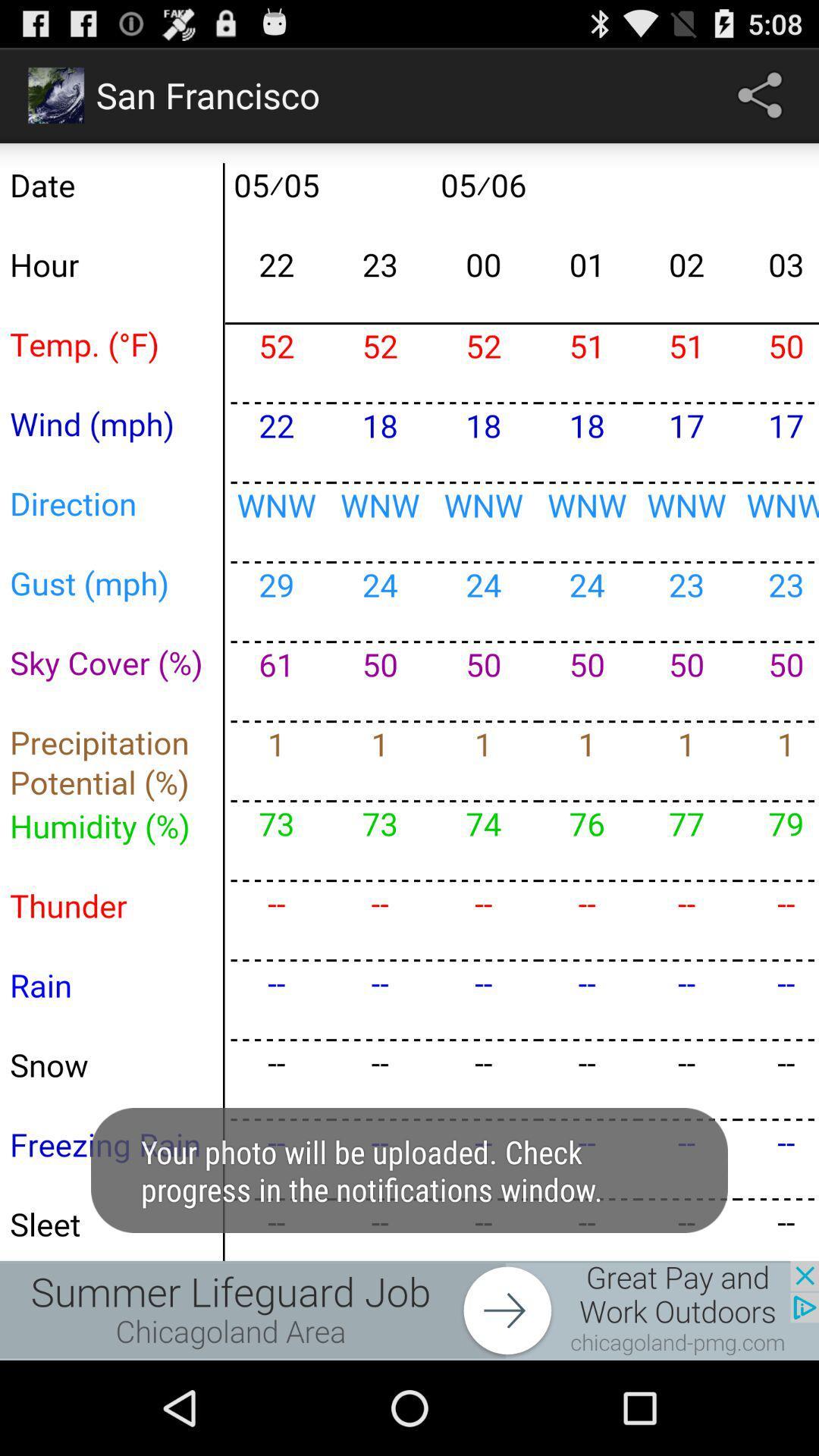 This screenshot has height=1456, width=819. What do you see at coordinates (409, 701) in the screenshot?
I see `date and time app` at bounding box center [409, 701].